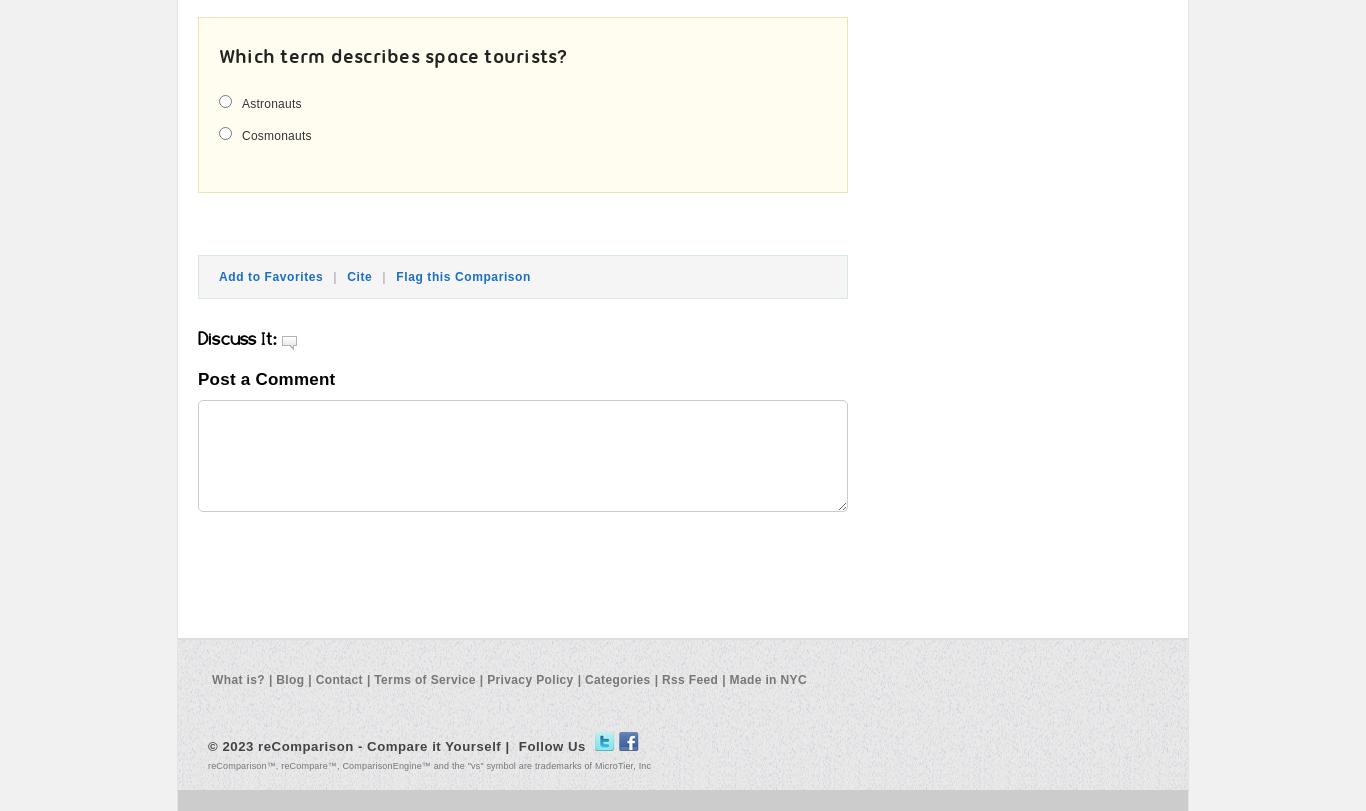 The image size is (1366, 811). I want to click on 'Blog', so click(290, 677).